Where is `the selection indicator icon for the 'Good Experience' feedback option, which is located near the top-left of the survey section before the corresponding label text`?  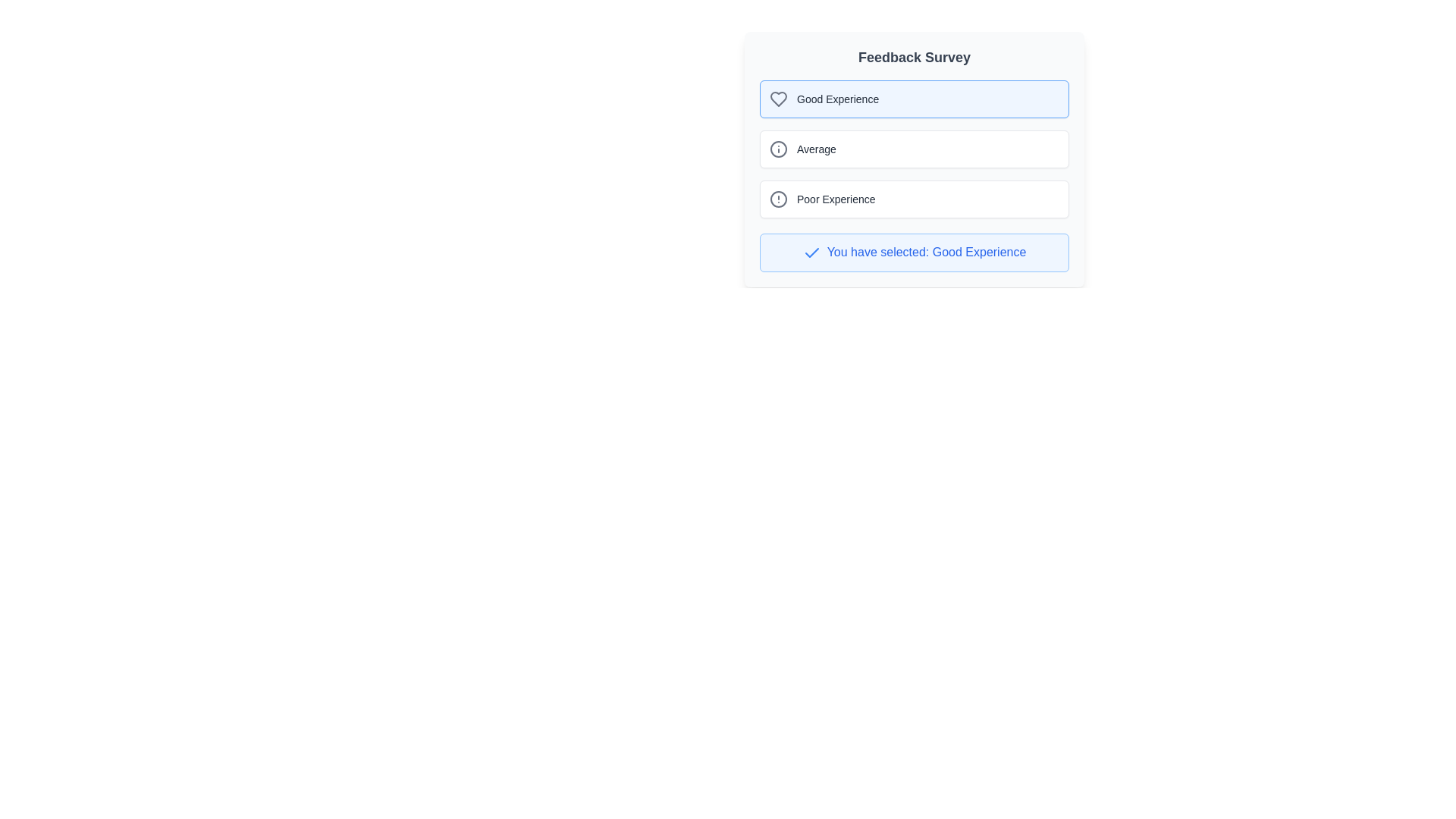
the selection indicator icon for the 'Good Experience' feedback option, which is located near the top-left of the survey section before the corresponding label text is located at coordinates (811, 252).